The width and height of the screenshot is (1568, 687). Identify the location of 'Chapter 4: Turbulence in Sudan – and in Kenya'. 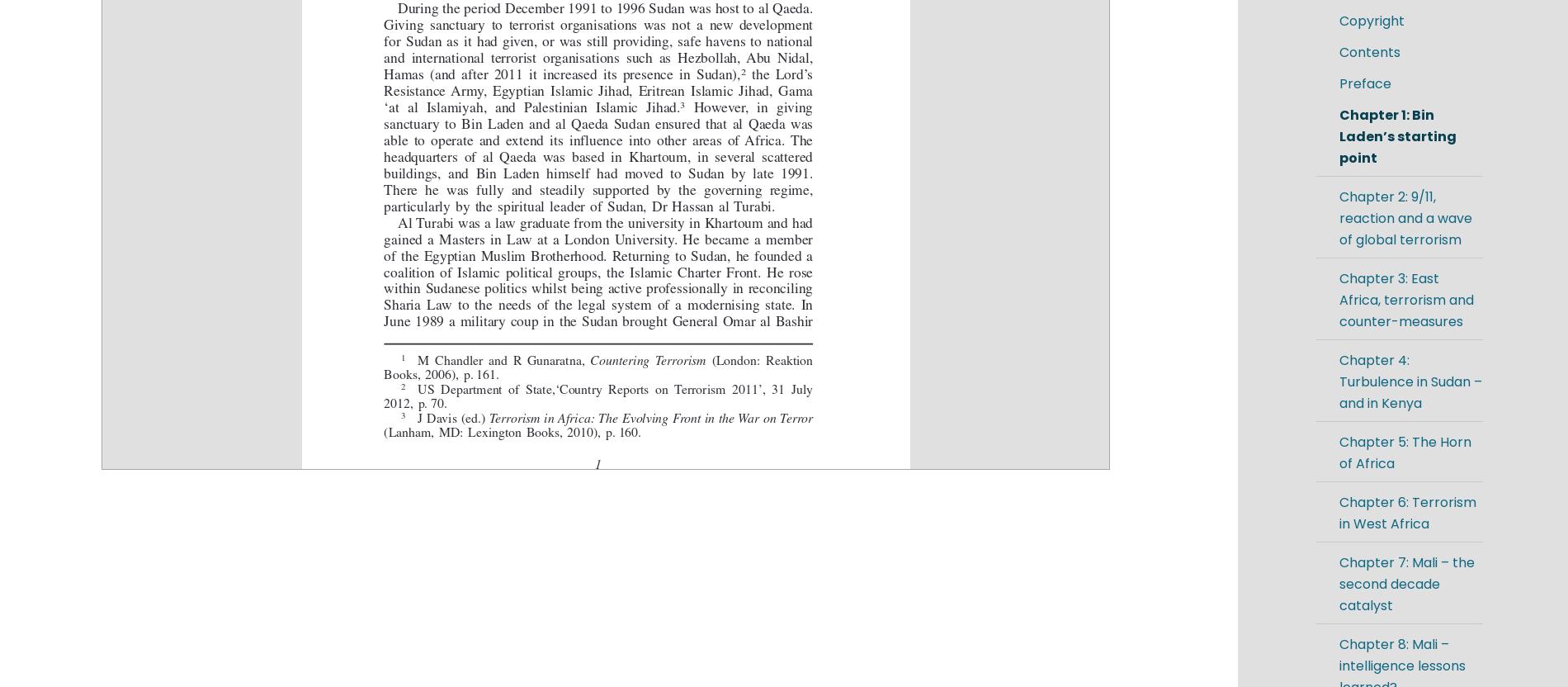
(1409, 381).